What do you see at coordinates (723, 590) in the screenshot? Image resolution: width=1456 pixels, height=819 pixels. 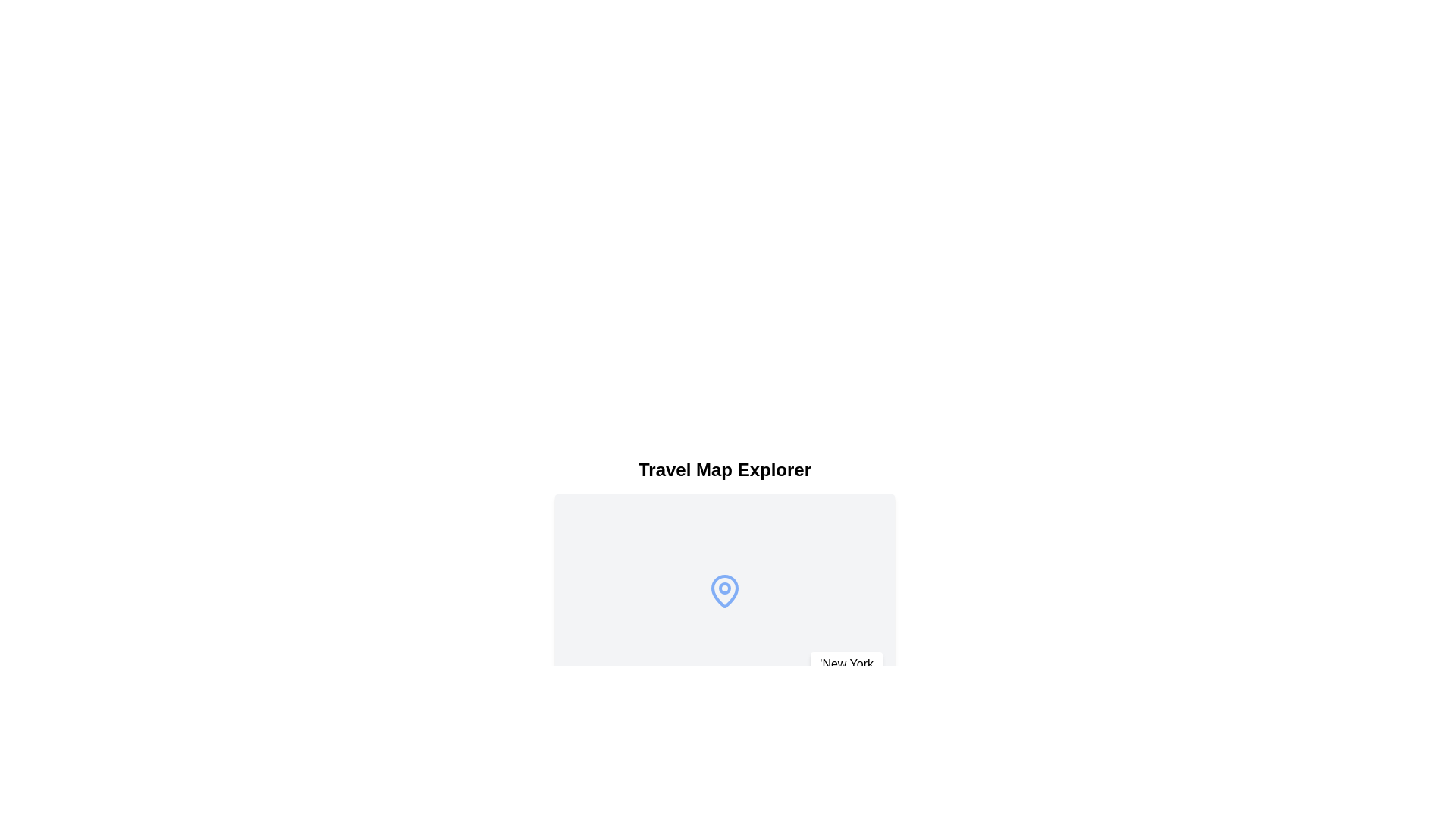 I see `the map marker indicating the city` at bounding box center [723, 590].